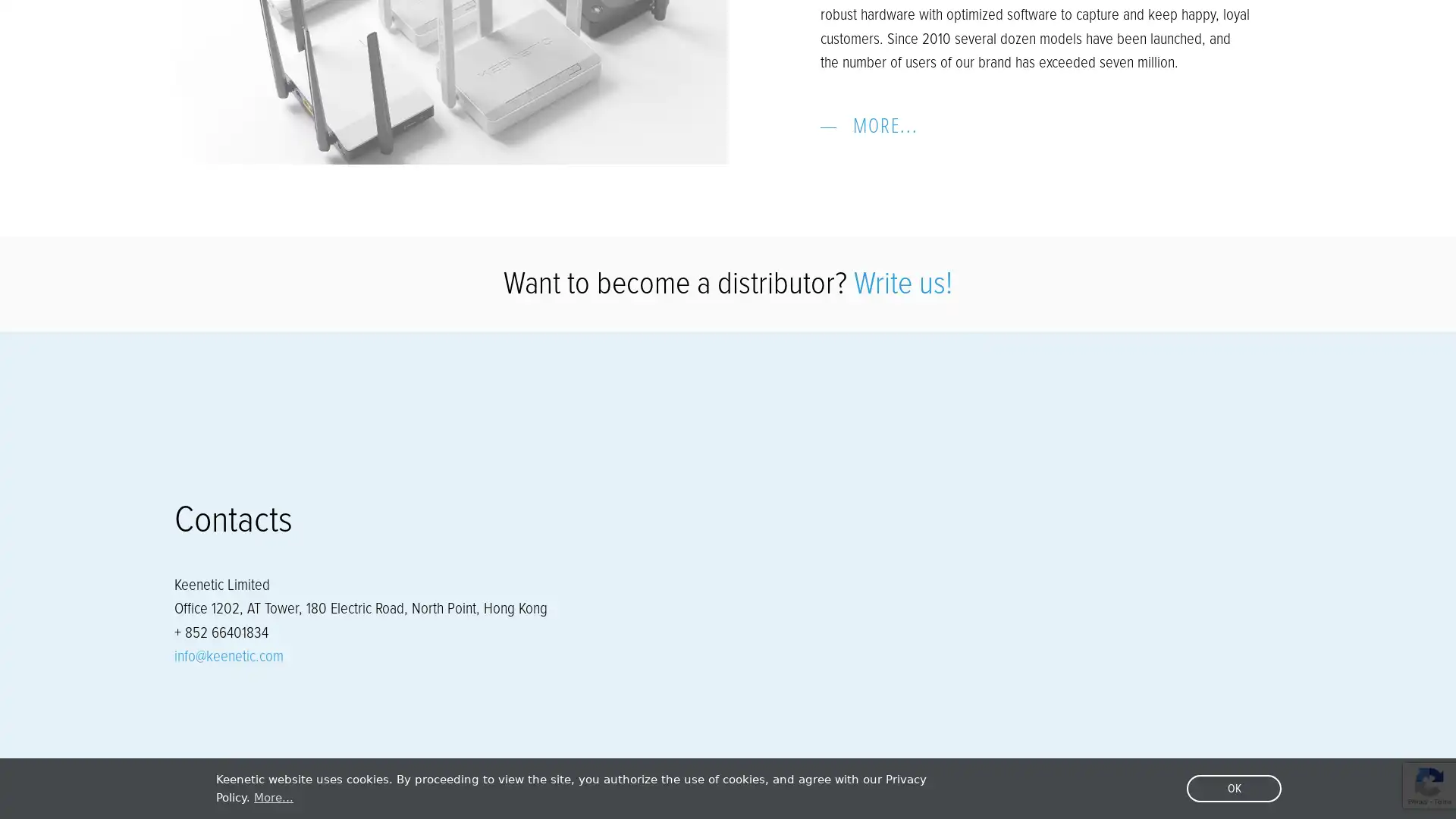 The height and width of the screenshot is (819, 1456). I want to click on learn more about cookies, so click(273, 797).